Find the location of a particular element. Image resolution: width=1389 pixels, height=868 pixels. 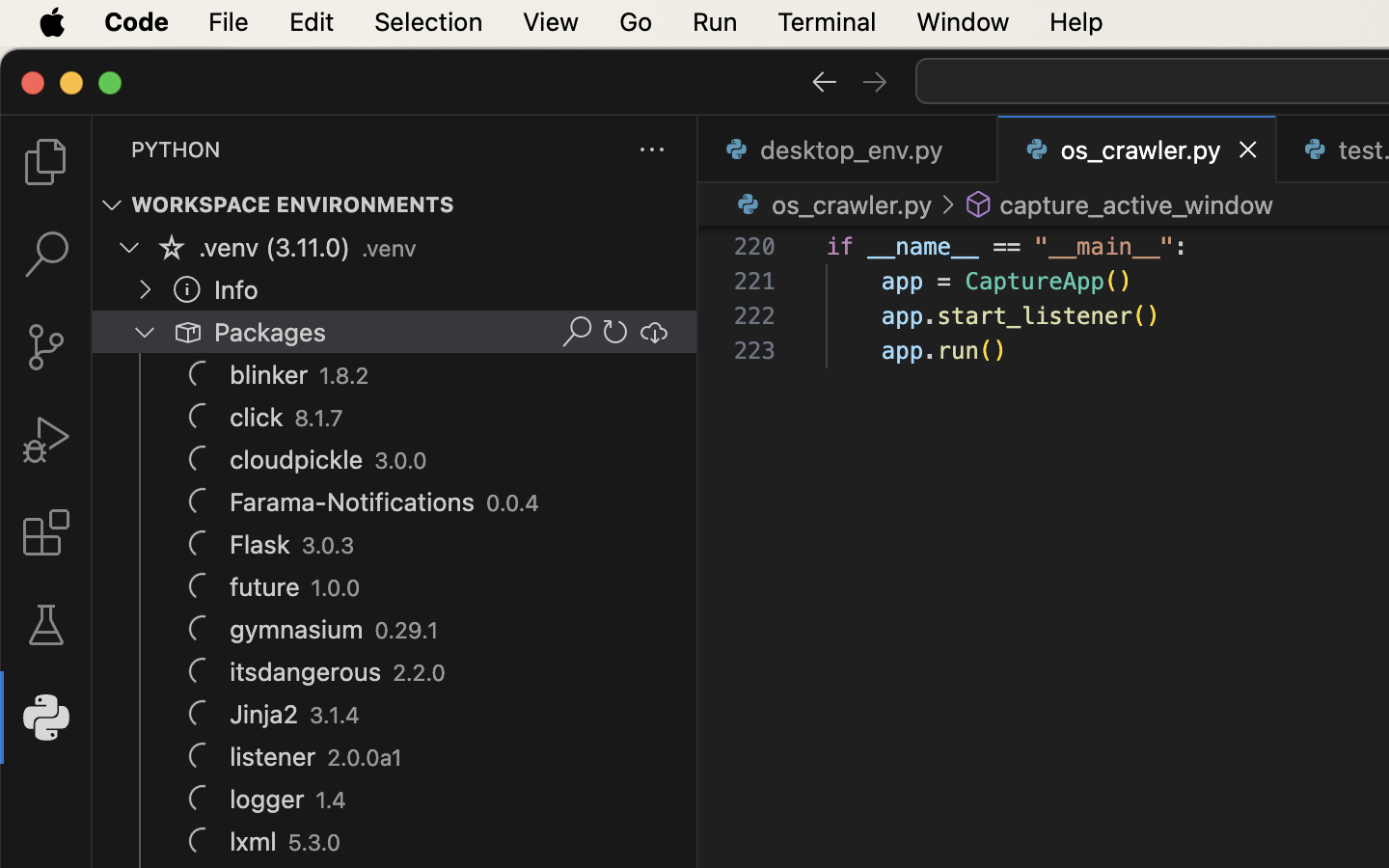

'Info' is located at coordinates (234, 288).